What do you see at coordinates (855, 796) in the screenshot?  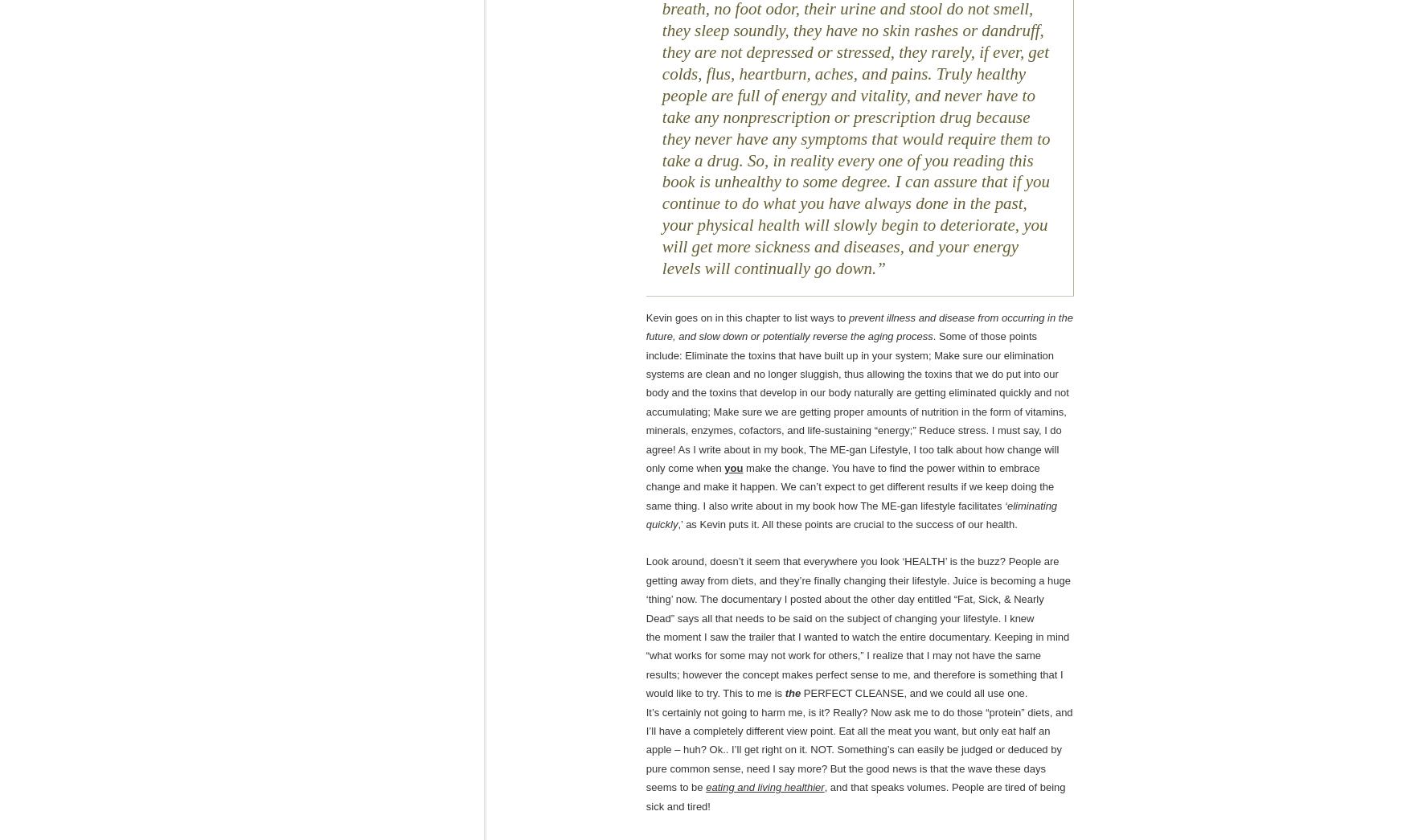 I see `', and that speaks volumes. People are tired of being sick and tired!'` at bounding box center [855, 796].